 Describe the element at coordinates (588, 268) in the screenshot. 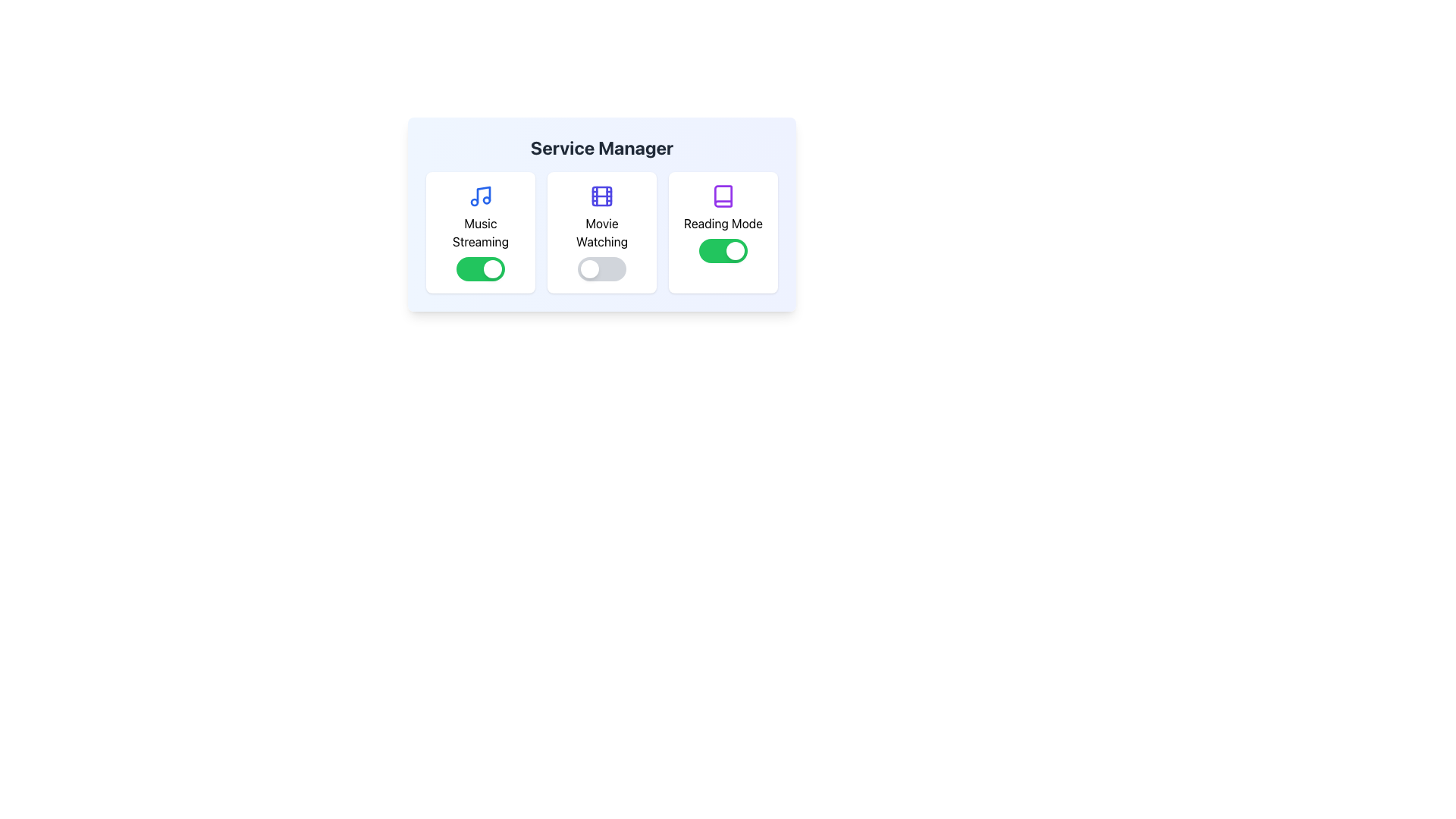

I see `the circular toggle switch handle, which is white and located on the left side of the toggle switch` at that location.